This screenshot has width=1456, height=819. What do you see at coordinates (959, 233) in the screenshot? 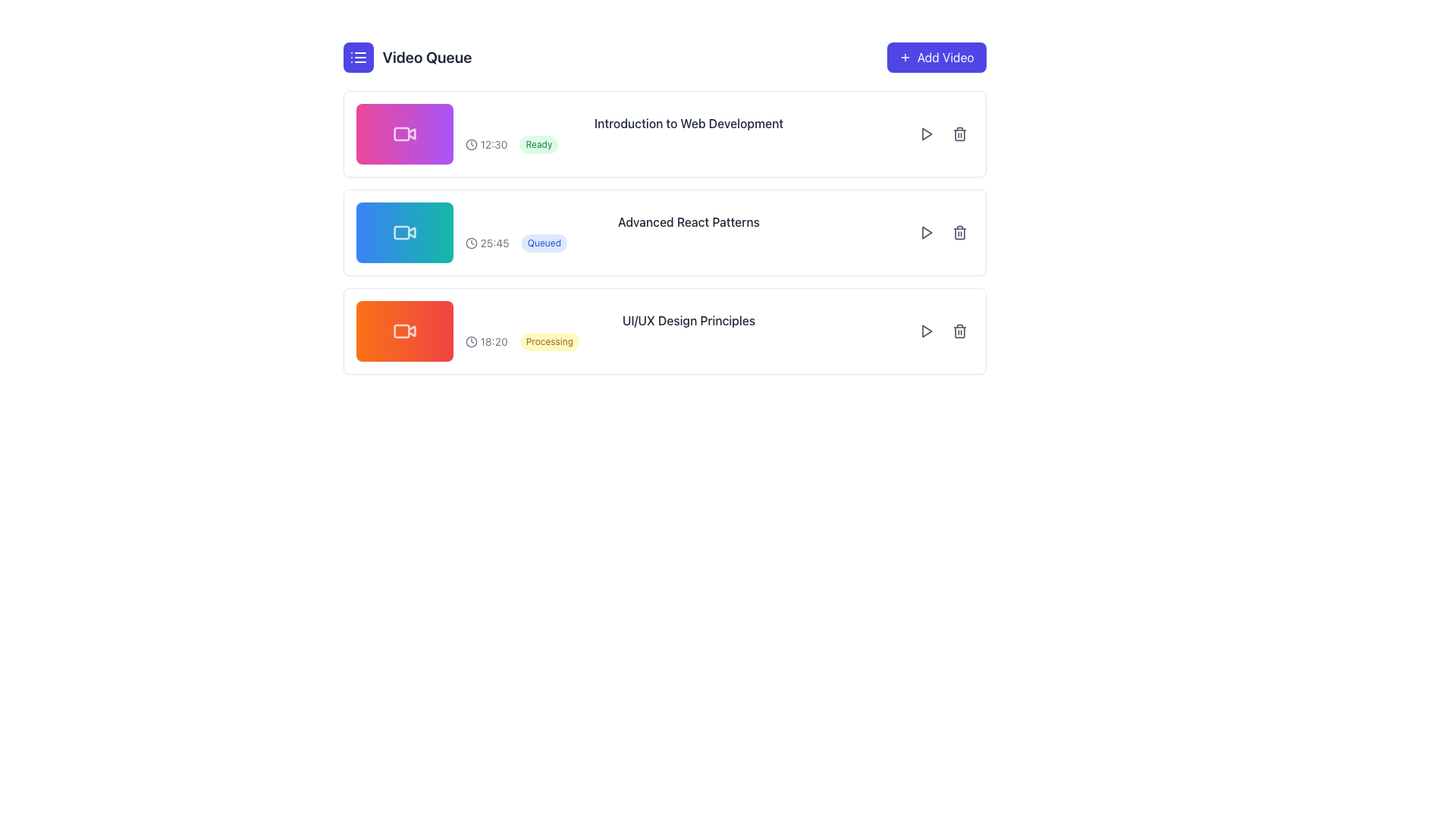
I see `the delete icon button located at the end of the second list item for 'Advanced React Patterns'` at bounding box center [959, 233].